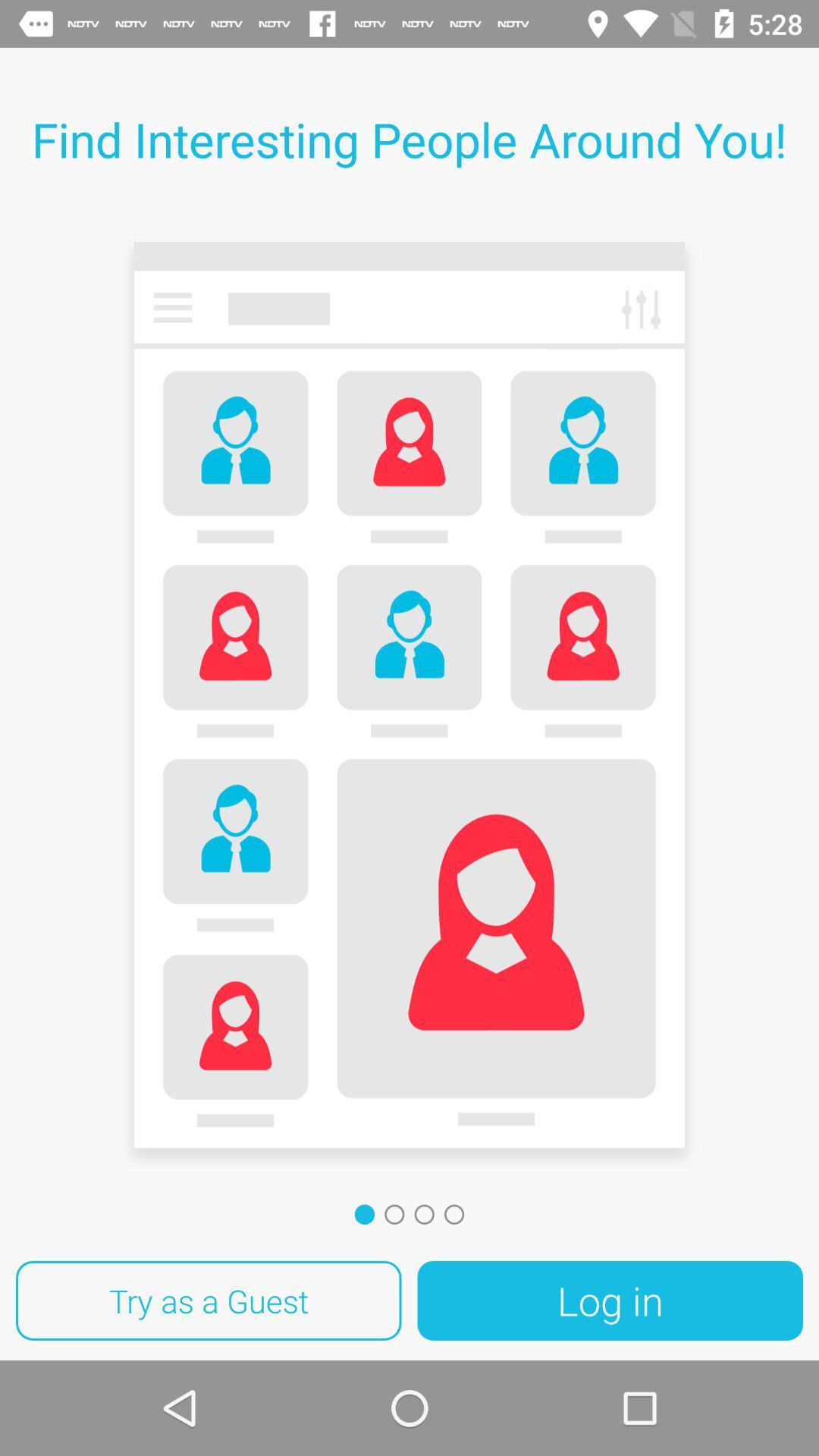  I want to click on icon below the find interesting people, so click(409, 699).